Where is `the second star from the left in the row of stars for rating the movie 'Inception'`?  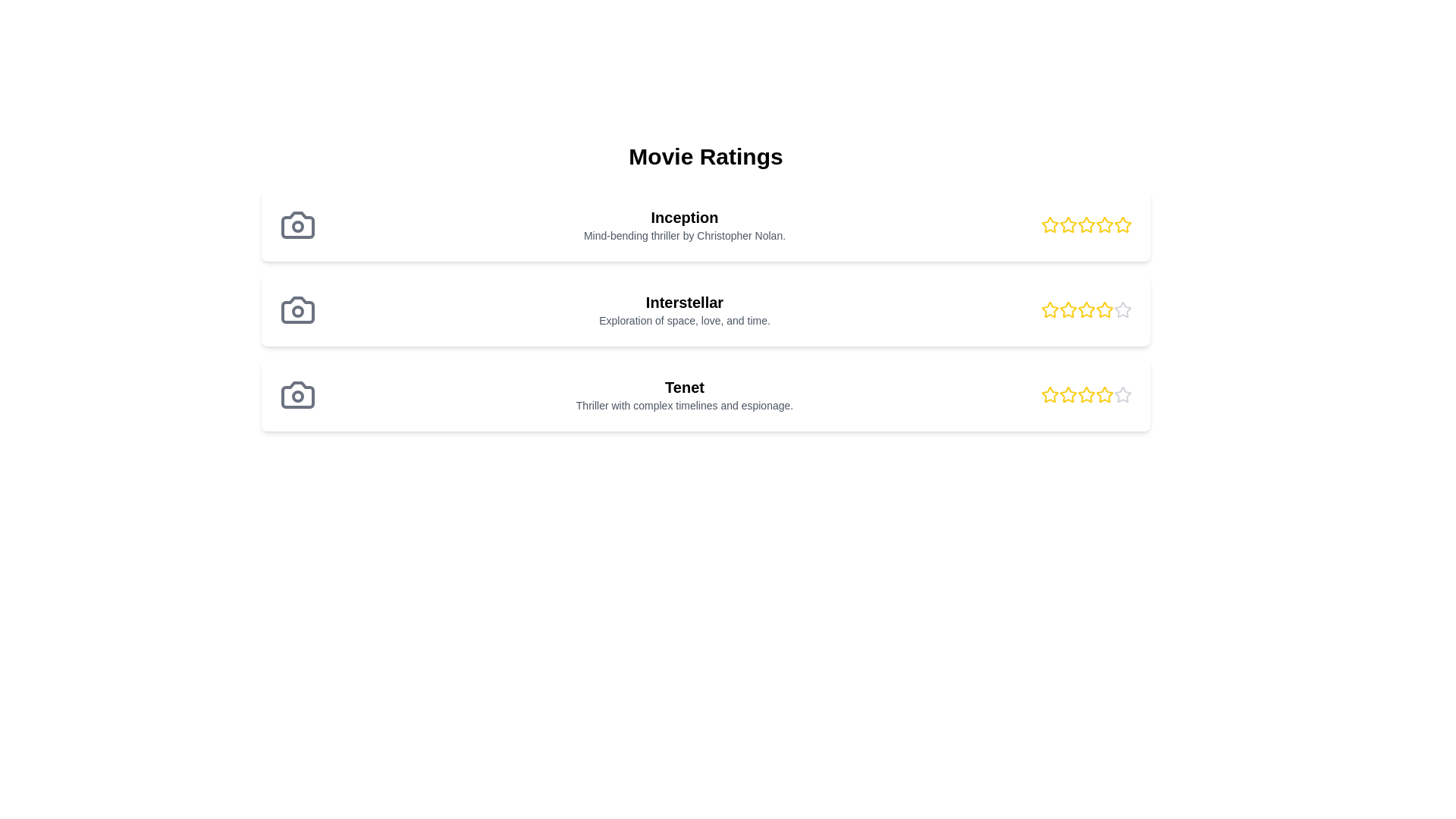
the second star from the left in the row of stars for rating the movie 'Inception' is located at coordinates (1066, 224).